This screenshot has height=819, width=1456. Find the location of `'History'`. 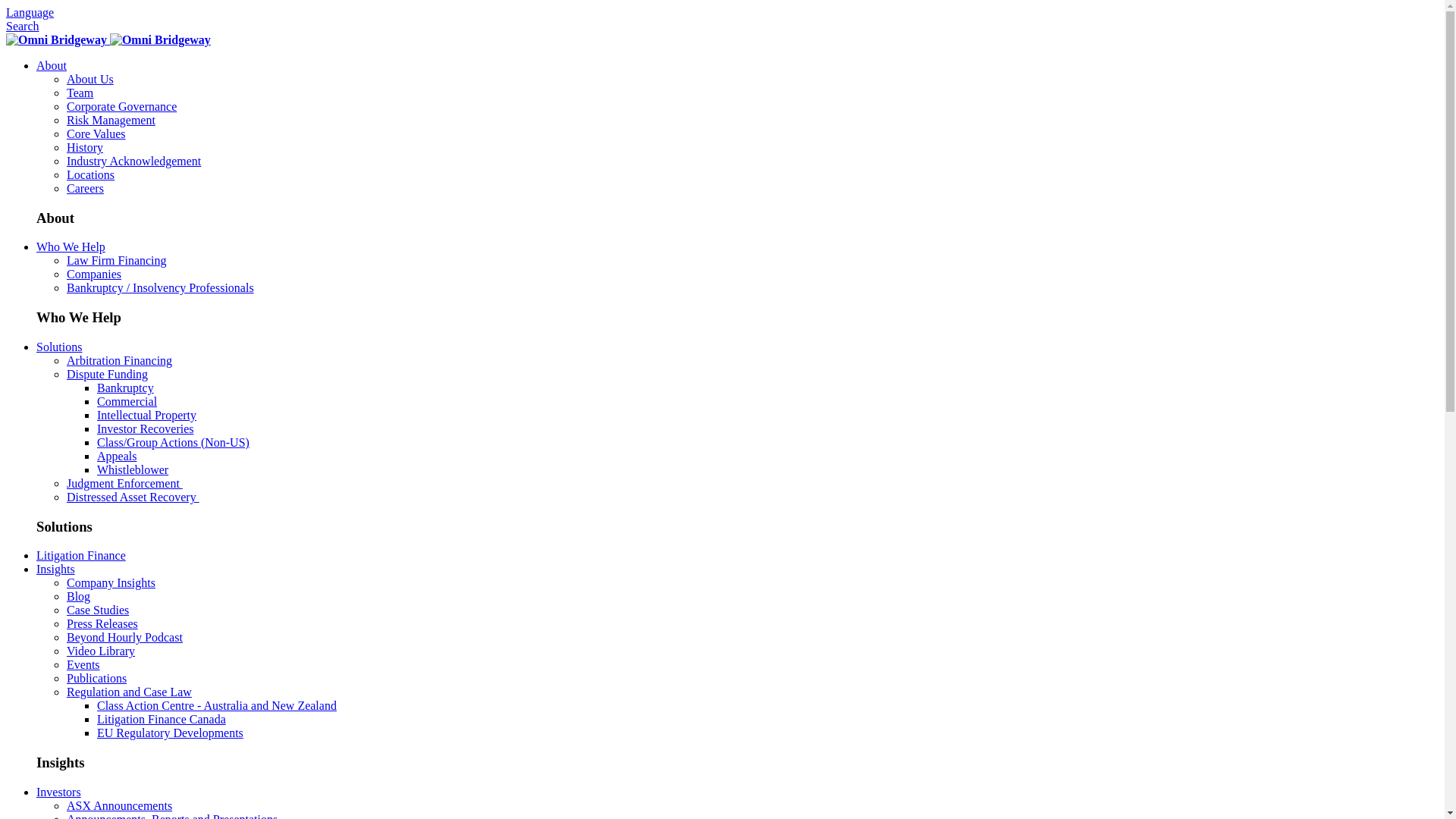

'History' is located at coordinates (83, 147).